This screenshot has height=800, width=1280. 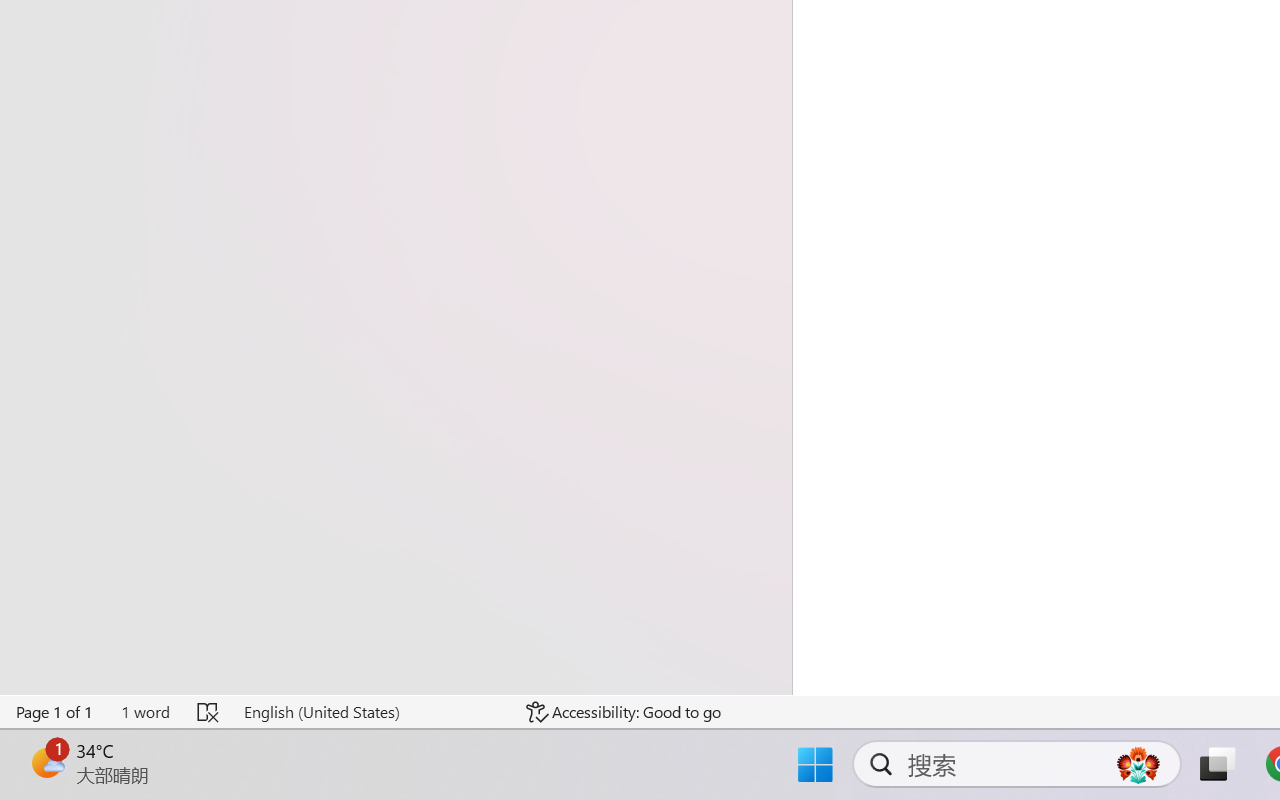 I want to click on 'Spelling and Grammar Check Errors', so click(x=209, y=711).